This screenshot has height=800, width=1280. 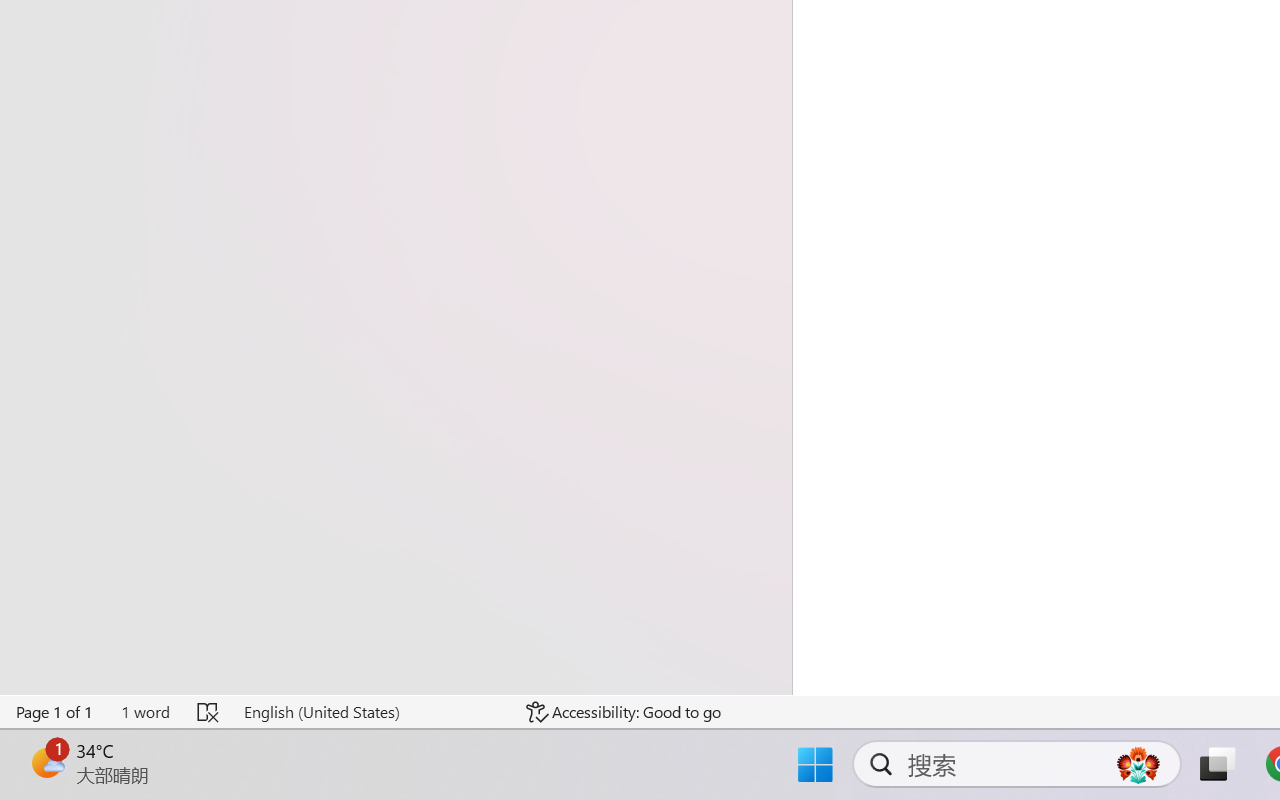 I want to click on 'Spelling and Grammar Check Errors', so click(x=209, y=711).